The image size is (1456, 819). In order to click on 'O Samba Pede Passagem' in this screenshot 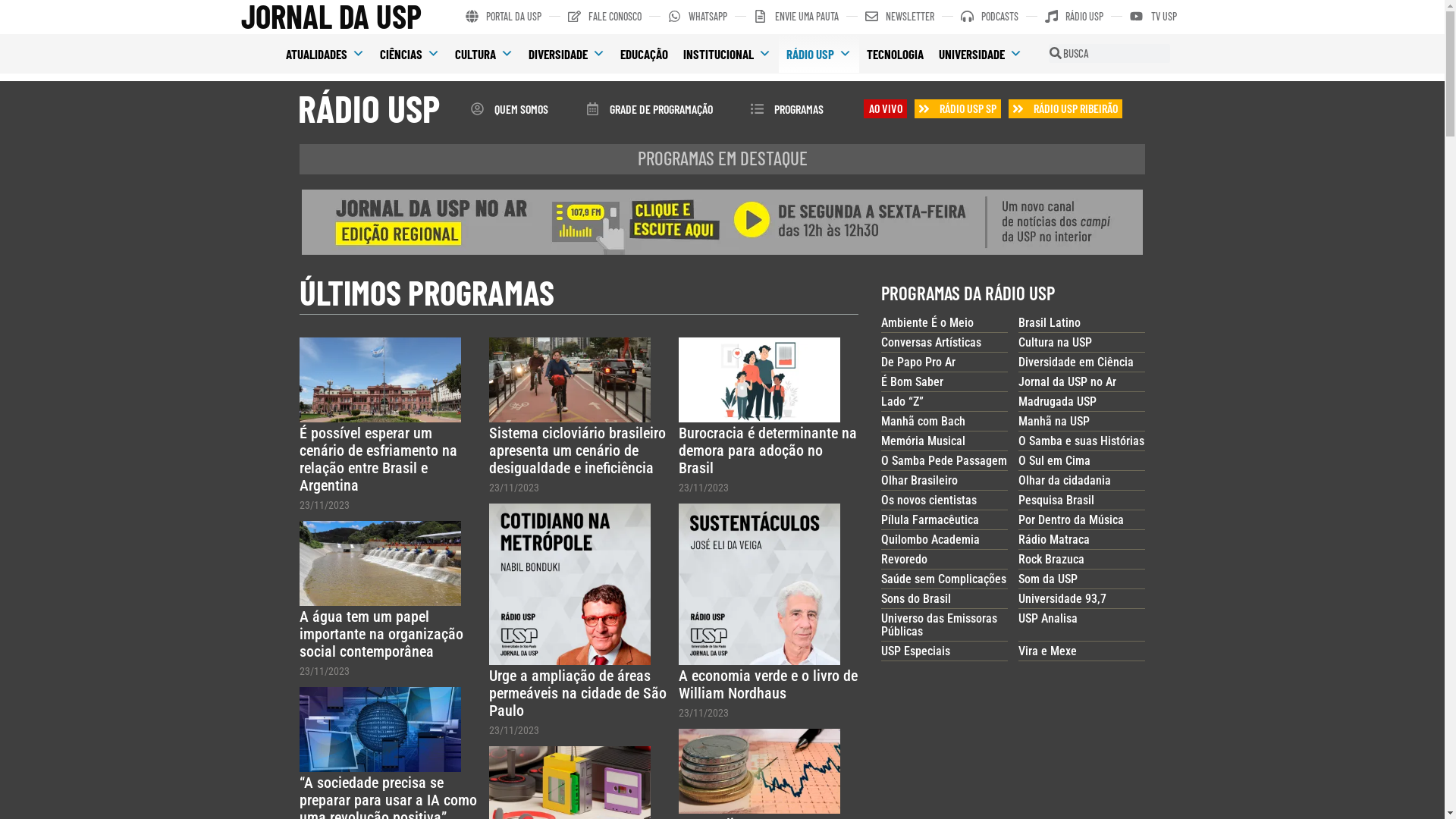, I will do `click(943, 460)`.